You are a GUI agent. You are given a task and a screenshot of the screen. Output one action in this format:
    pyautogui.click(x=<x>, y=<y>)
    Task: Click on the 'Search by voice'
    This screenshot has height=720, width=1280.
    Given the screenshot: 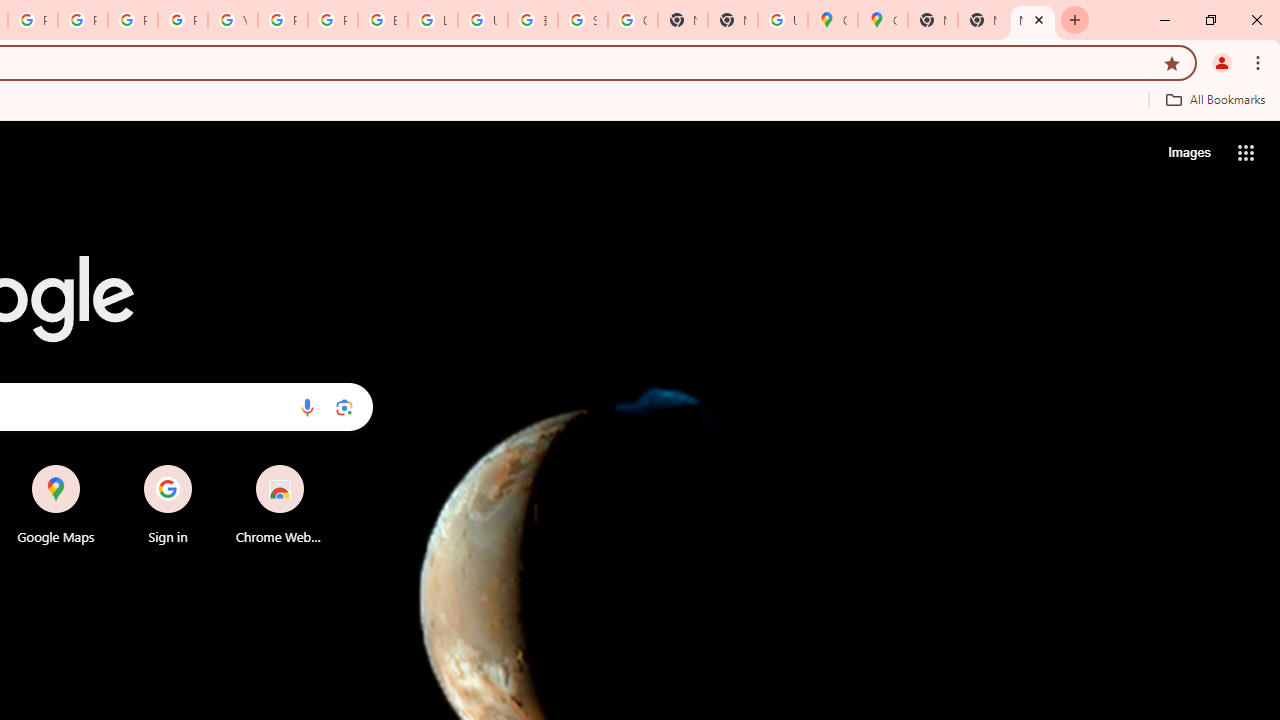 What is the action you would take?
    pyautogui.click(x=306, y=406)
    